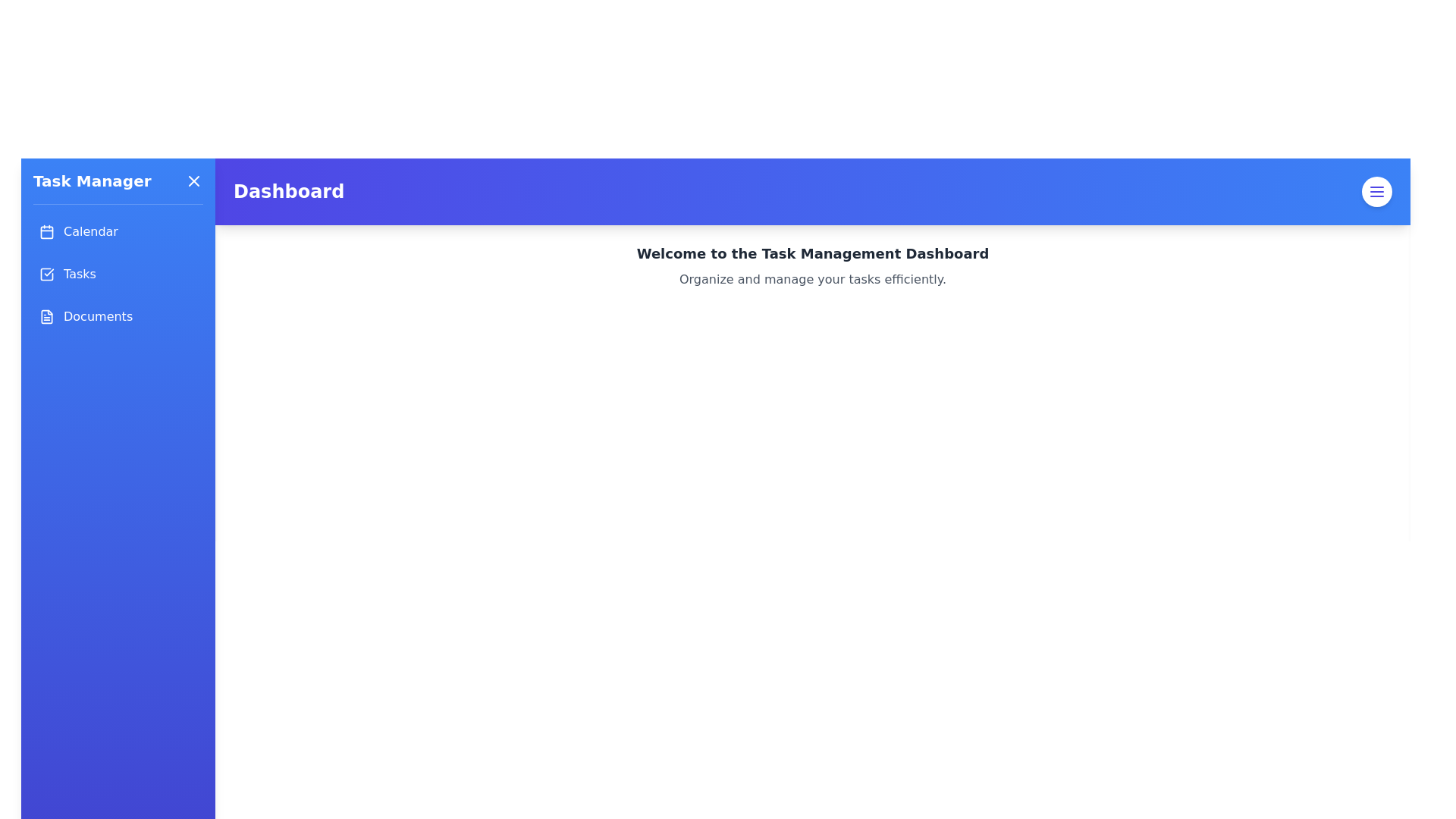  Describe the element at coordinates (118, 275) in the screenshot. I see `the second option 'Tasks' in the vertical navigation menu located in the left sidebar` at that location.